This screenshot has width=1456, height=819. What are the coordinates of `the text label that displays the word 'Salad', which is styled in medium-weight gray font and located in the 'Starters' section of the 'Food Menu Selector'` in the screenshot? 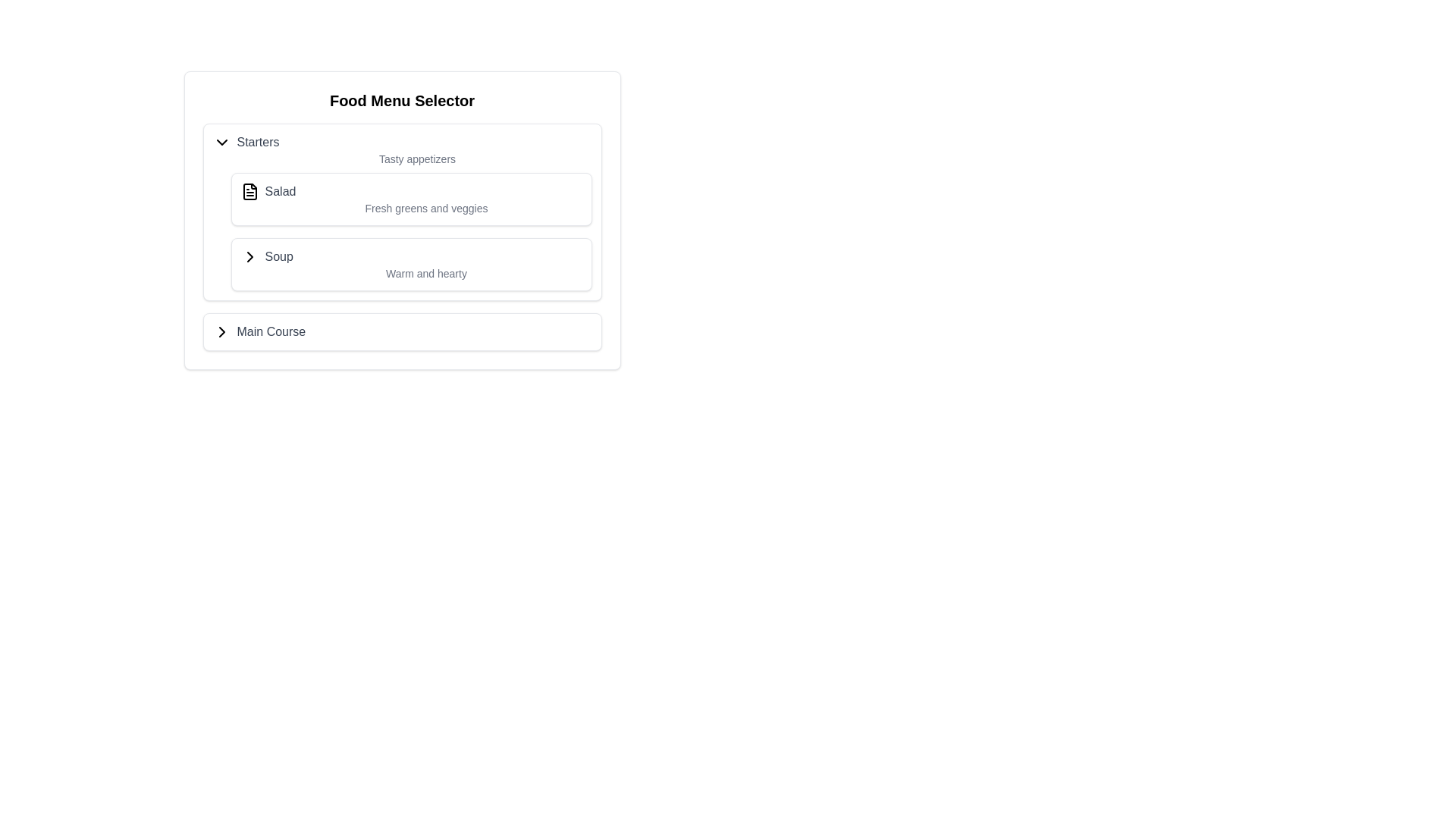 It's located at (280, 191).